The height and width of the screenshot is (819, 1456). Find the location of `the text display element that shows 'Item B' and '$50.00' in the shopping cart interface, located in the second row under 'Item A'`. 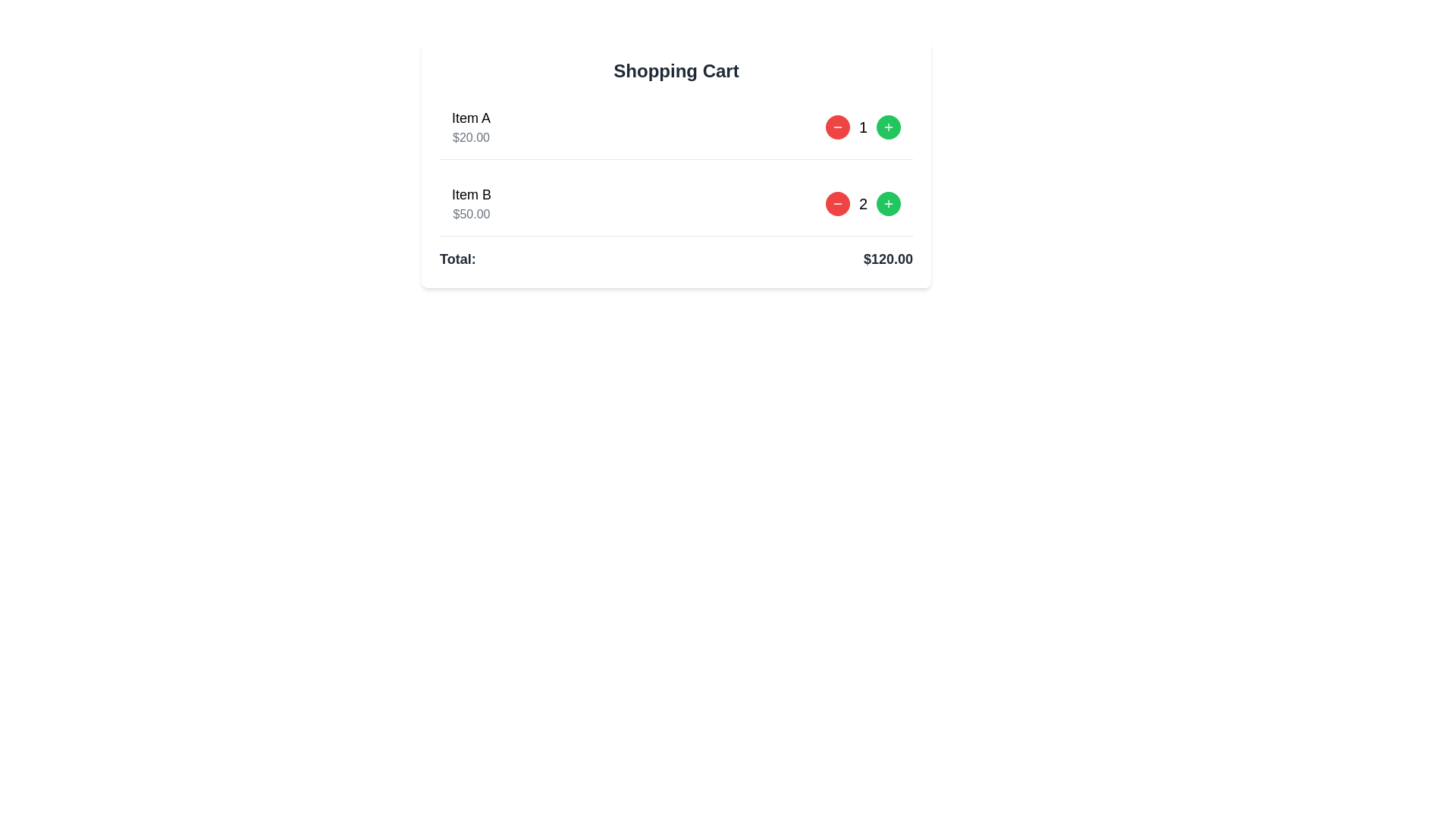

the text display element that shows 'Item B' and '$50.00' in the shopping cart interface, located in the second row under 'Item A' is located at coordinates (471, 203).